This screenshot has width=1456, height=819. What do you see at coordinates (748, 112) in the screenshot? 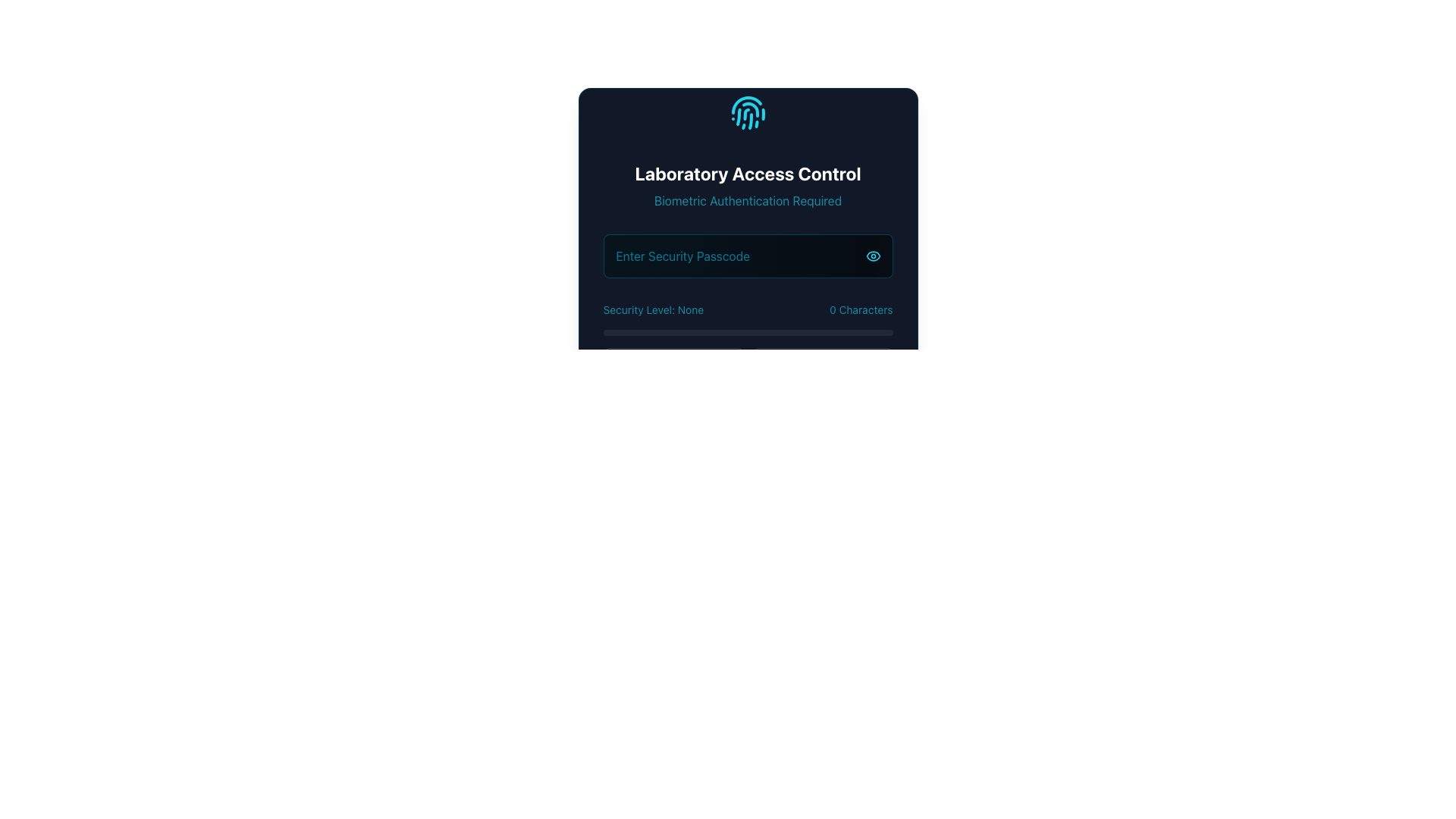
I see `the circular animated highlight with a cyan outline surrounding the fingerprint icon at the top of the panel` at bounding box center [748, 112].